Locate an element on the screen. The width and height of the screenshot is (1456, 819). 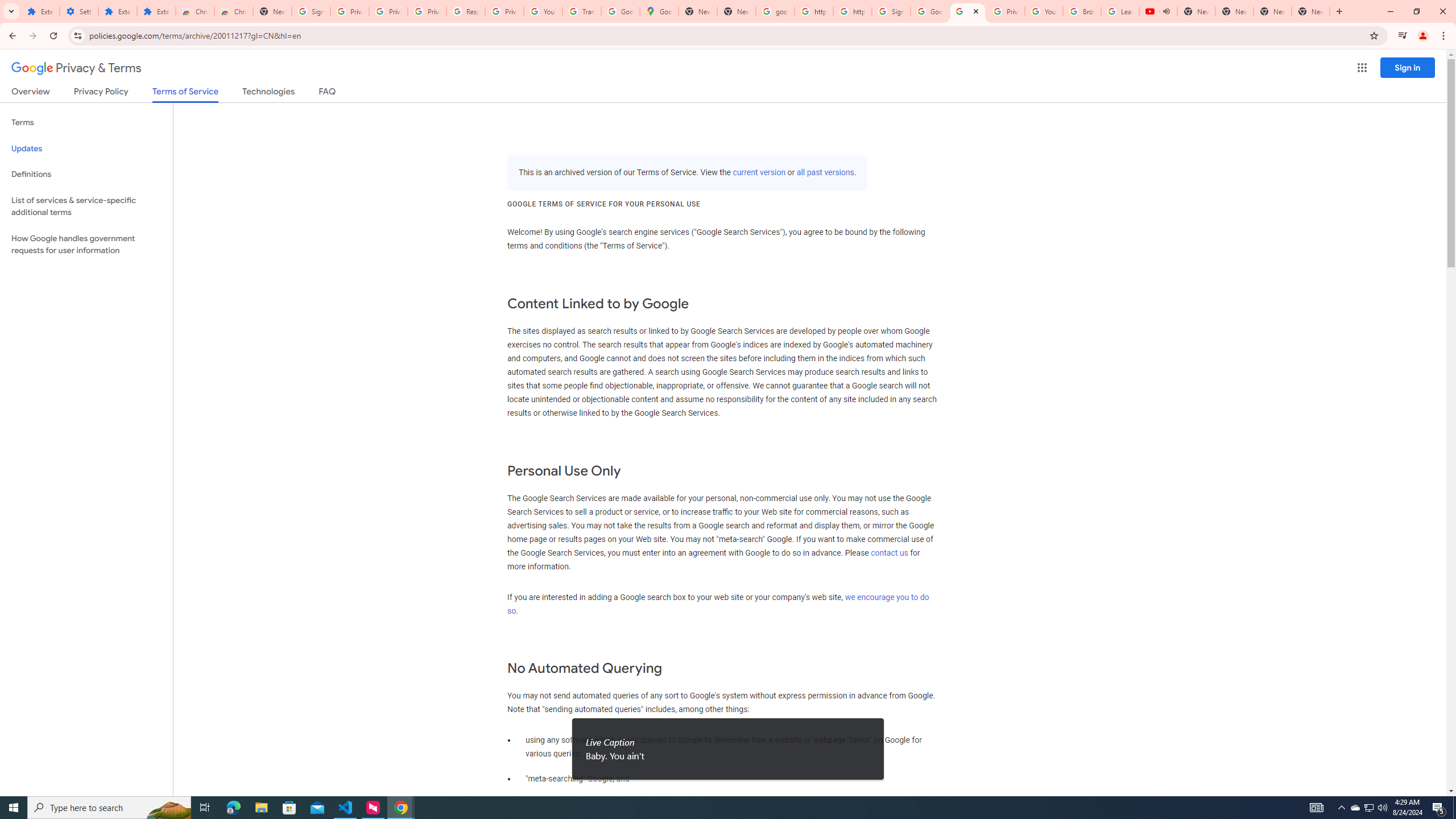
'YouTube' is located at coordinates (1043, 11).